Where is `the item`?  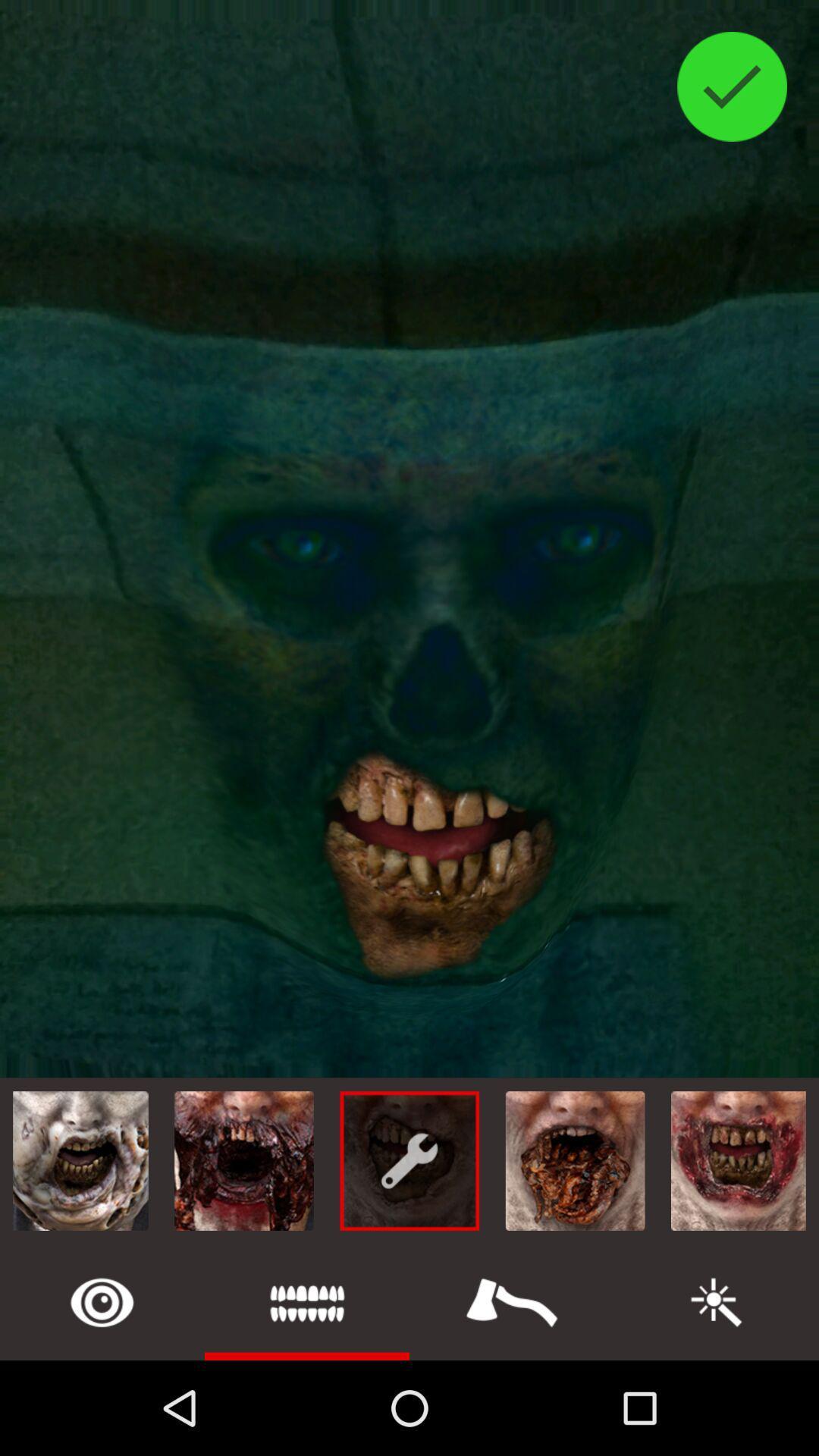 the item is located at coordinates (512, 1301).